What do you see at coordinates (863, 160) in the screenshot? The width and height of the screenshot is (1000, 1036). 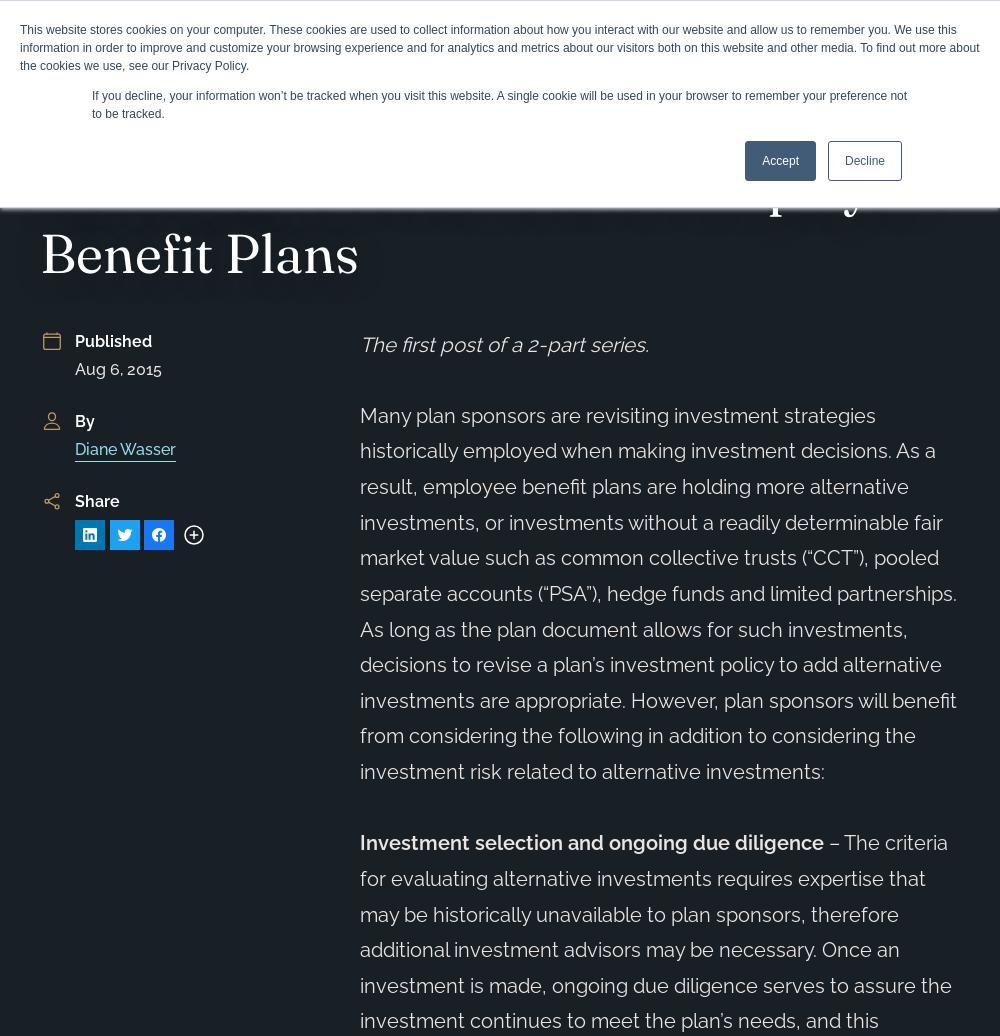 I see `'Decline'` at bounding box center [863, 160].